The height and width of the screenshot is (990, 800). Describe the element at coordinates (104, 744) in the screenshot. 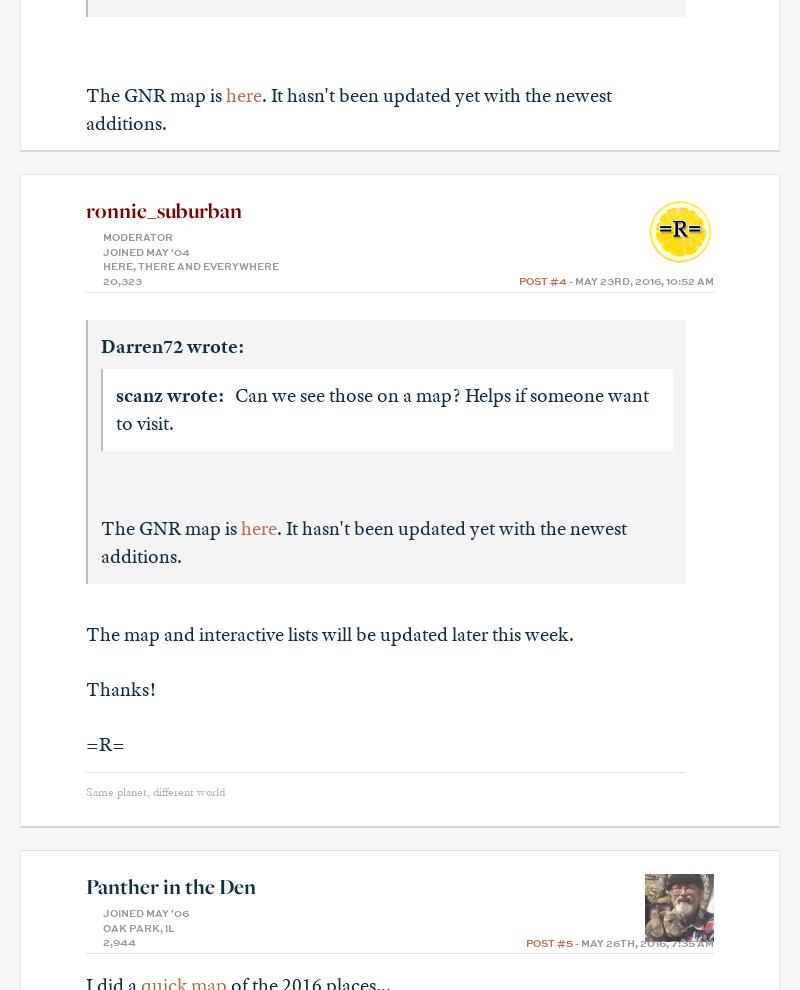

I see `'=R='` at that location.